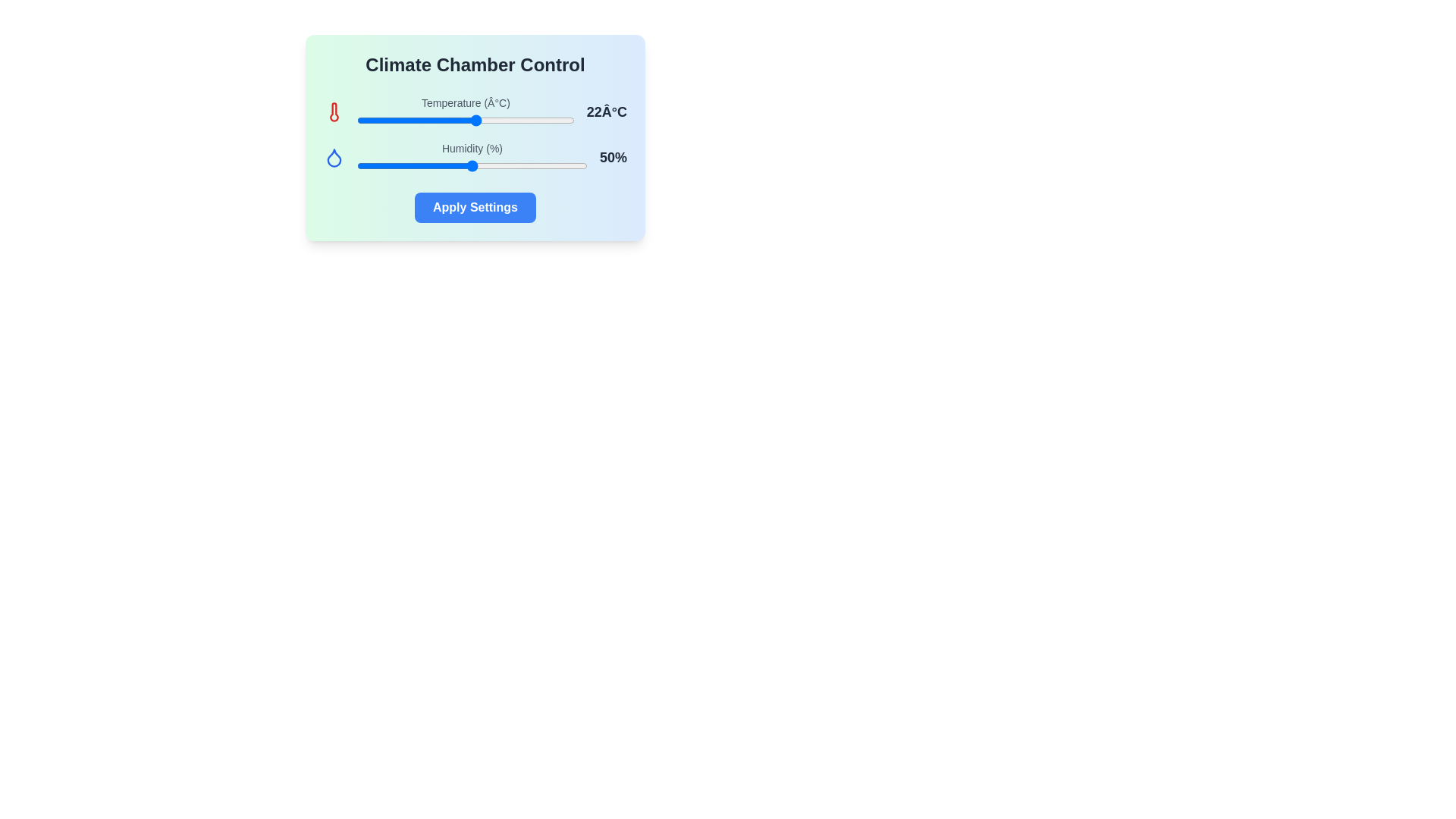  Describe the element at coordinates (368, 119) in the screenshot. I see `the temperature slider to 2 degrees Celsius` at that location.